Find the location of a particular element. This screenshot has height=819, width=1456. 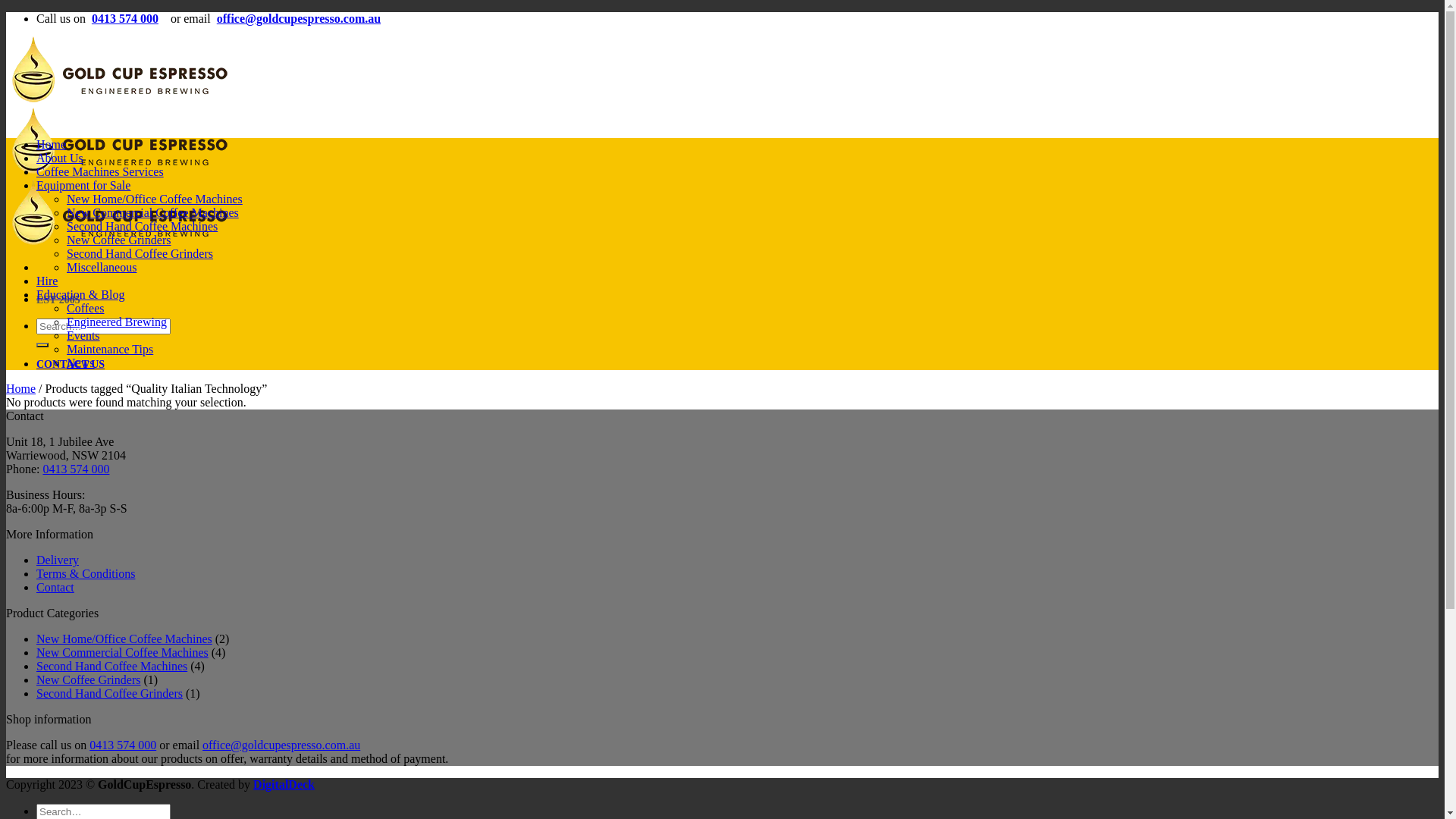

'Education & Blog' is located at coordinates (79, 294).